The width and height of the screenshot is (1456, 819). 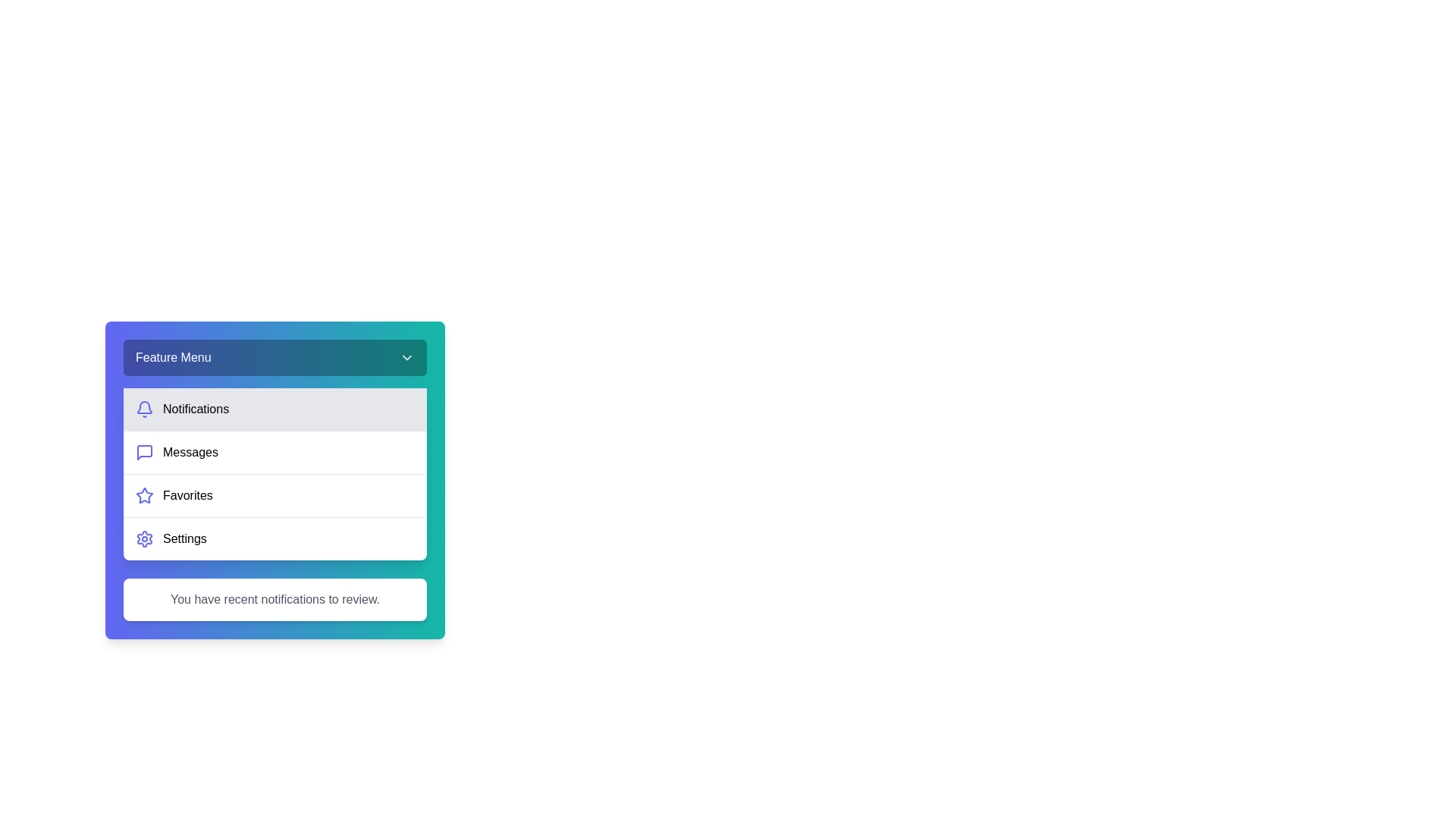 What do you see at coordinates (275, 598) in the screenshot?
I see `the static text element displaying 'You have recent notifications to review.', which is centered in a white box with rounded corners near the bottom of the vertical menu interface` at bounding box center [275, 598].